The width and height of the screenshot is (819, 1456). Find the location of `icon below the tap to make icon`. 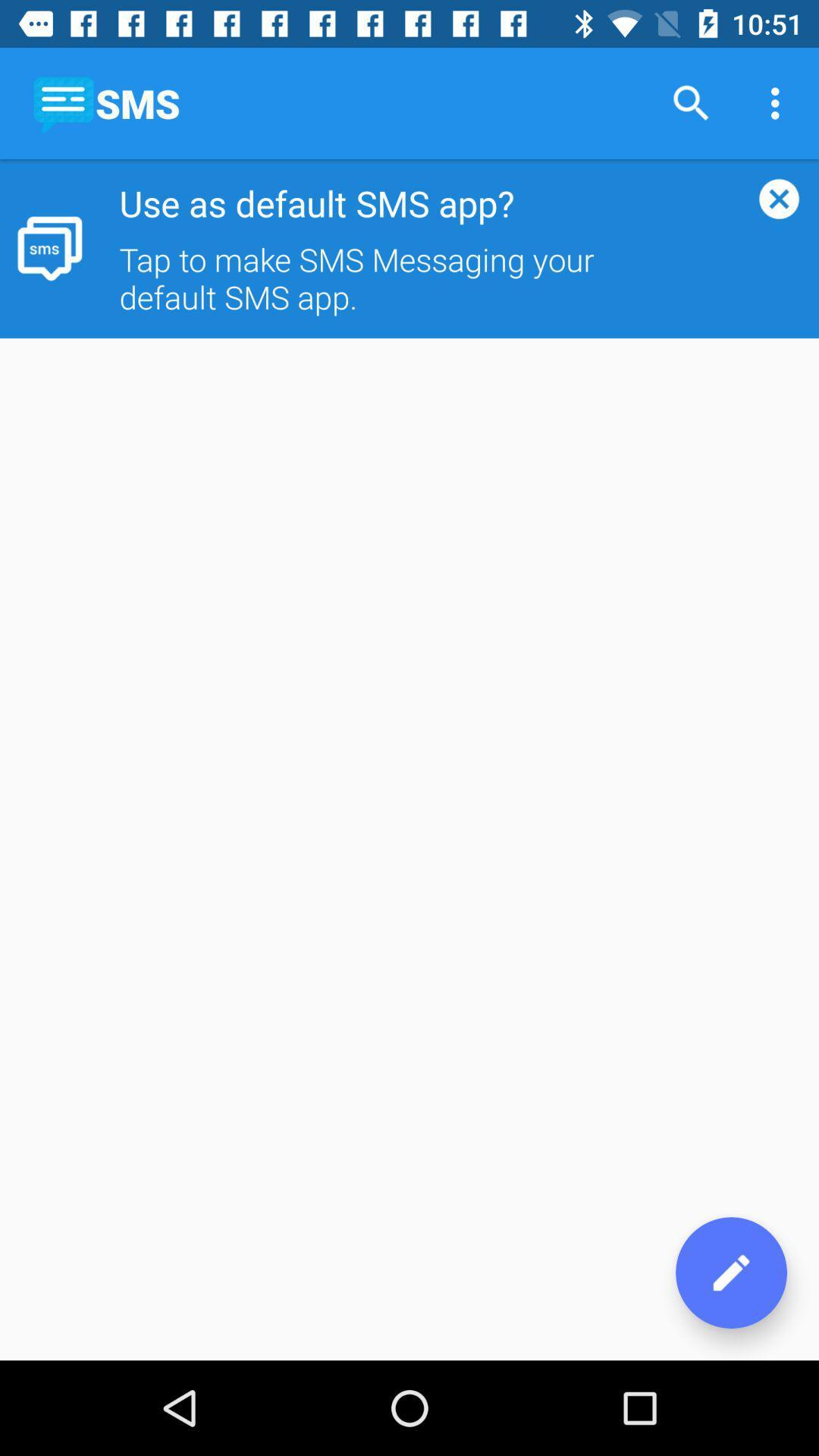

icon below the tap to make icon is located at coordinates (730, 1272).